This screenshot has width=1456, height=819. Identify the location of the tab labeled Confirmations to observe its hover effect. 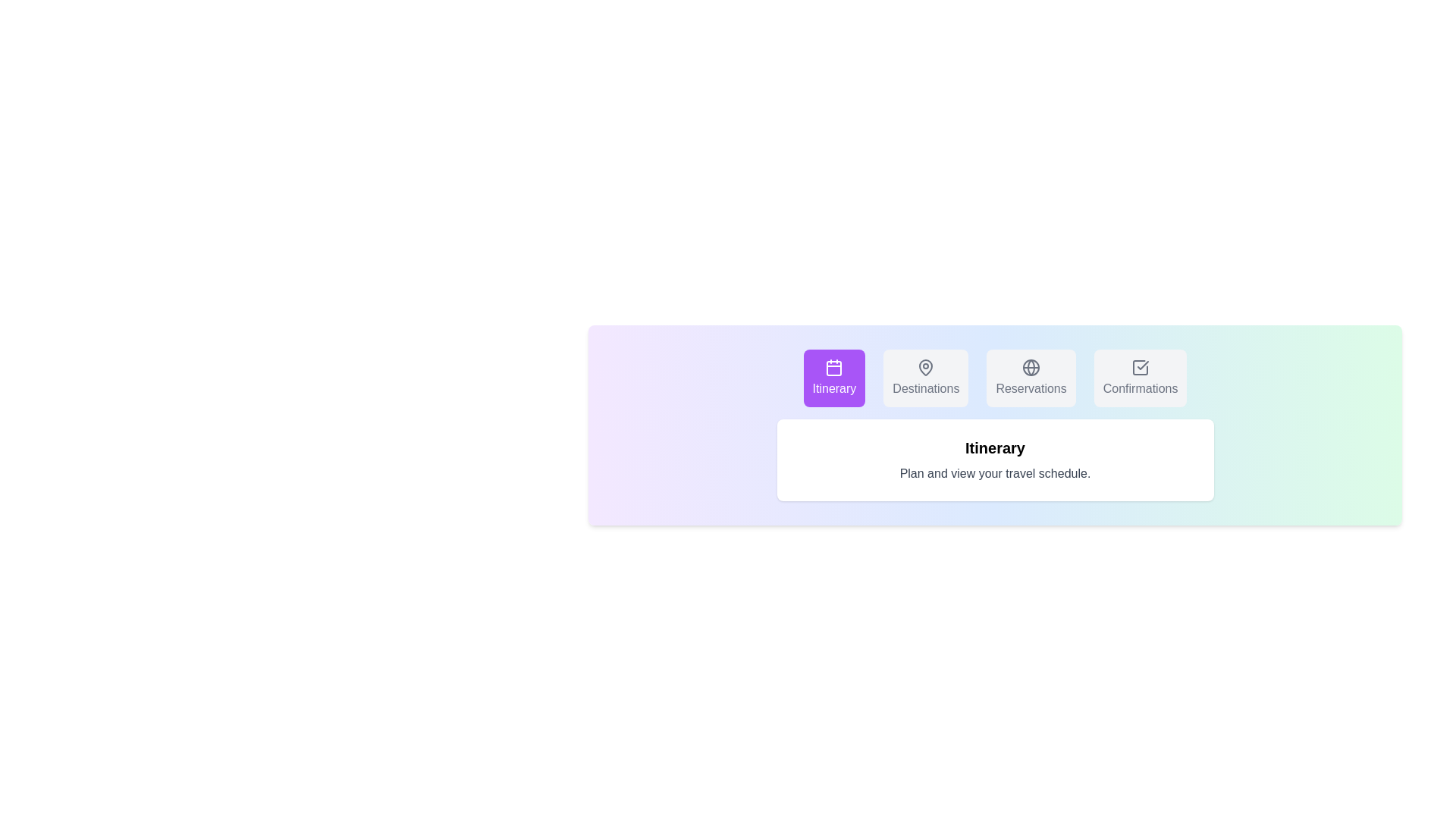
(1140, 377).